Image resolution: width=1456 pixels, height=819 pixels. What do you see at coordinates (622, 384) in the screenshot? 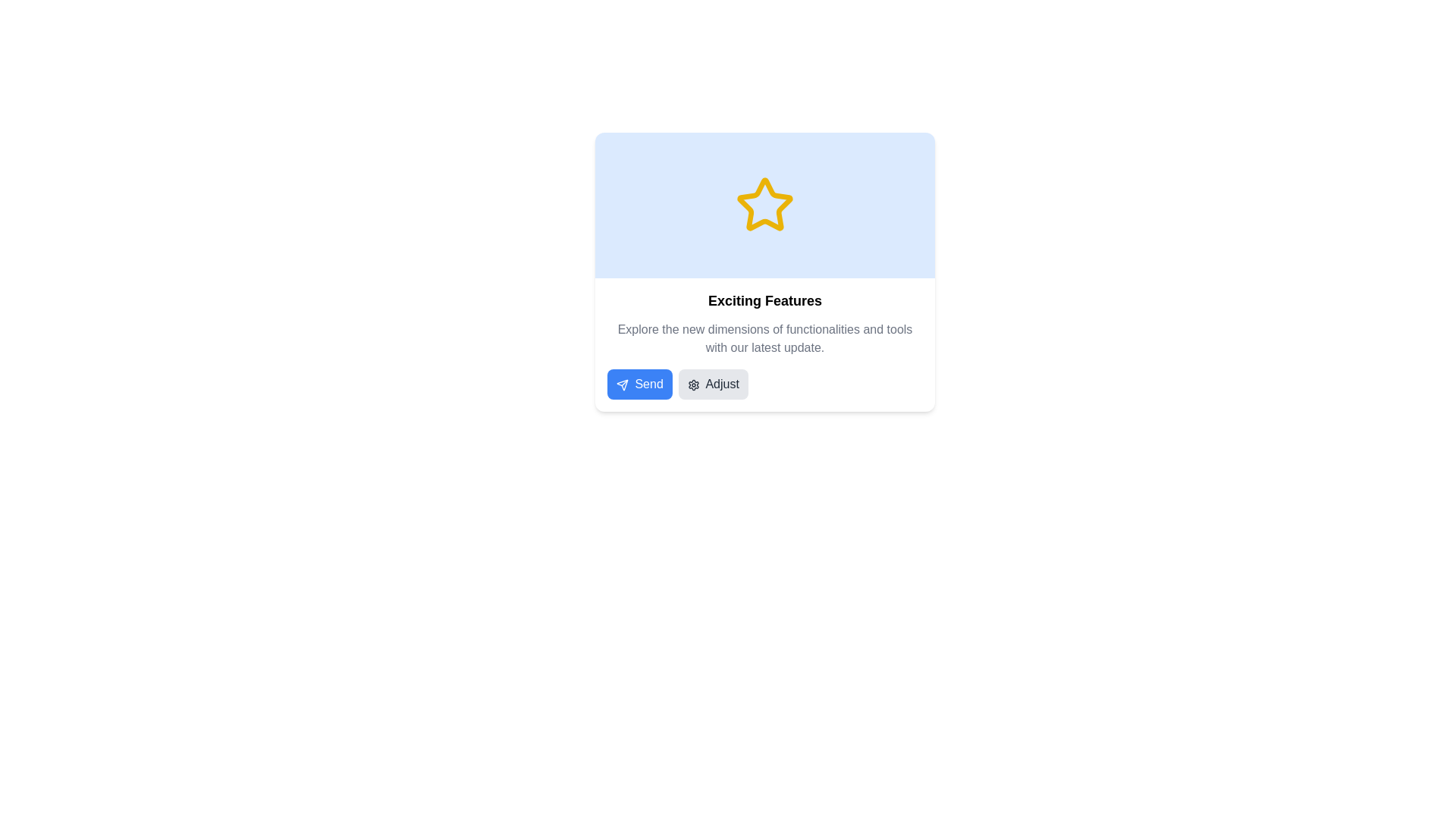
I see `the button containing the minimalist paper airplane vector graphic located at the bottom-left corner of the 'Exciting Features' card, next to the 'Send' button text` at bounding box center [622, 384].